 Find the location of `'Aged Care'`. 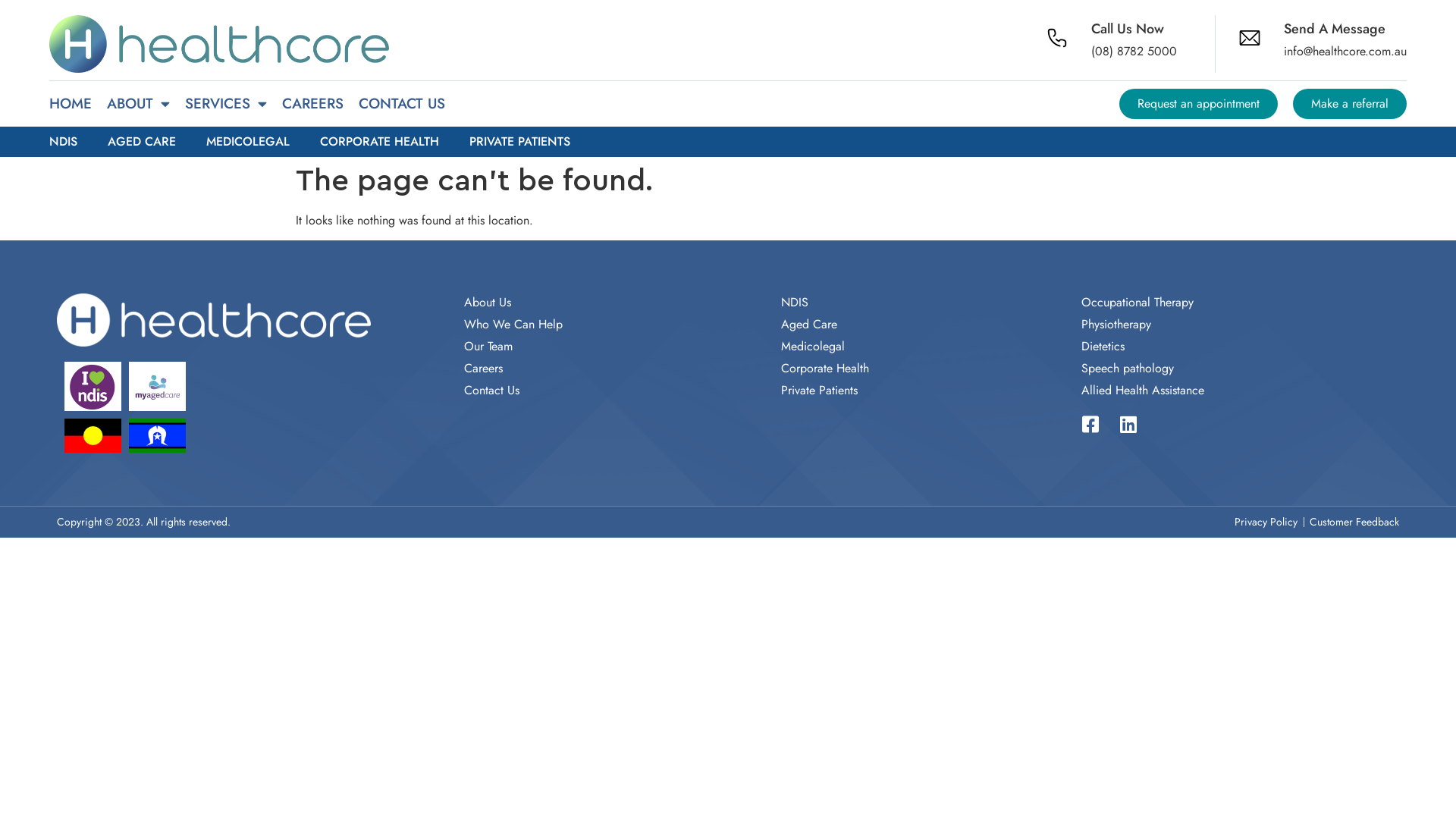

'Aged Care' is located at coordinates (808, 324).